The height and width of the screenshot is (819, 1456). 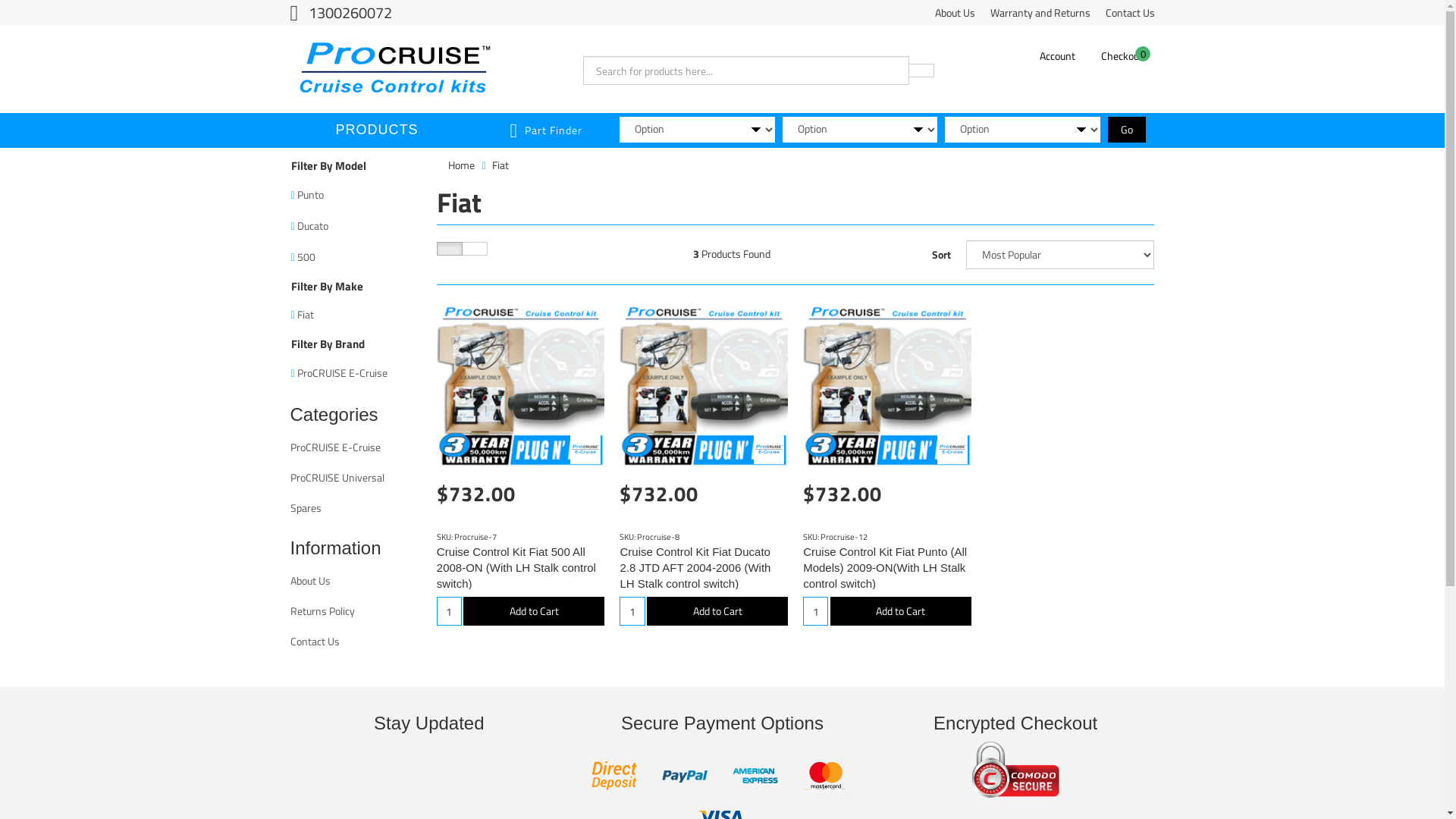 What do you see at coordinates (585, 447) in the screenshot?
I see `'ProCRUISE E-Cruise'` at bounding box center [585, 447].